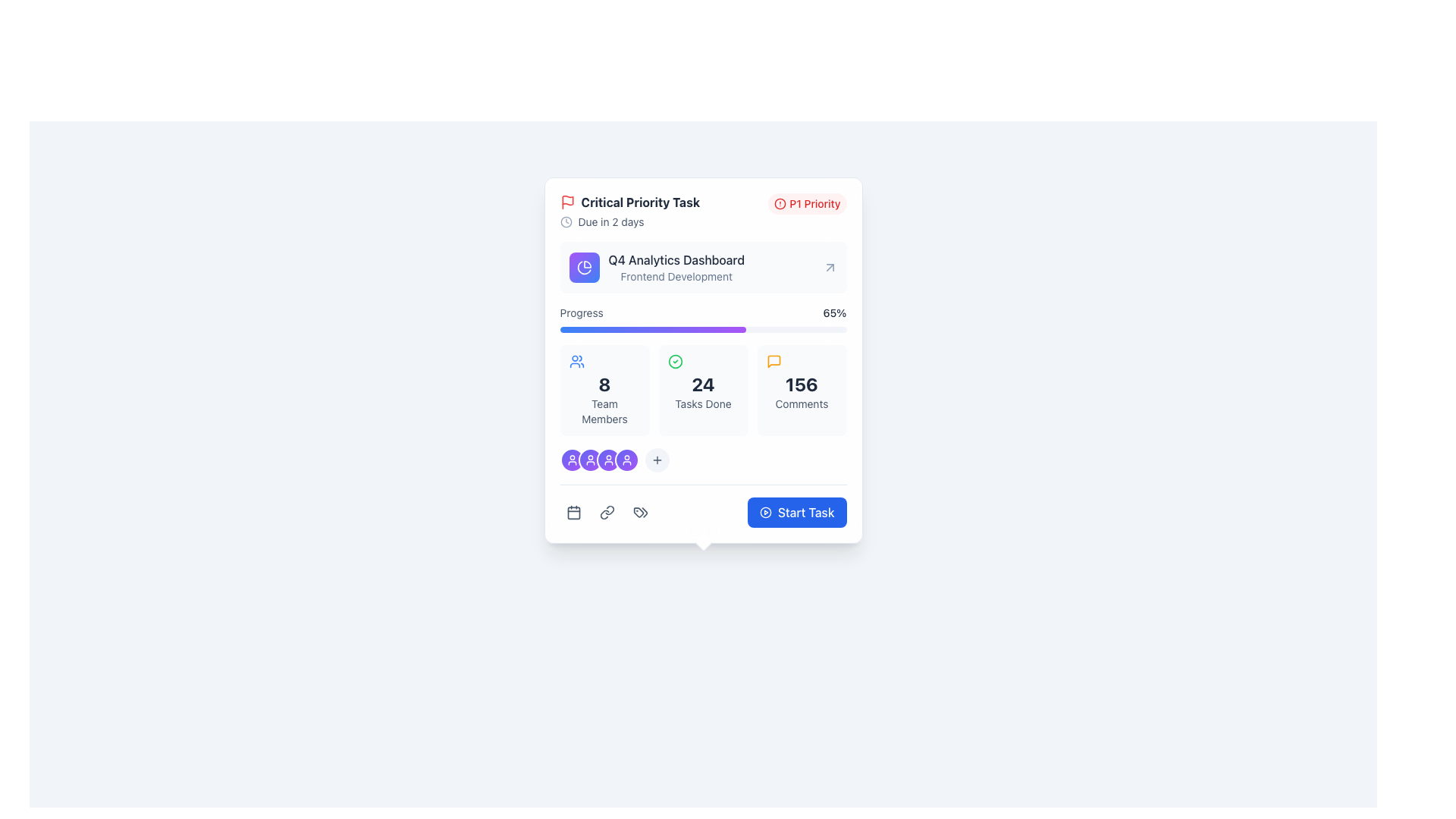  I want to click on the button icon located in the lower part of the card, directly to the right of the circular user profile icons, so click(657, 459).